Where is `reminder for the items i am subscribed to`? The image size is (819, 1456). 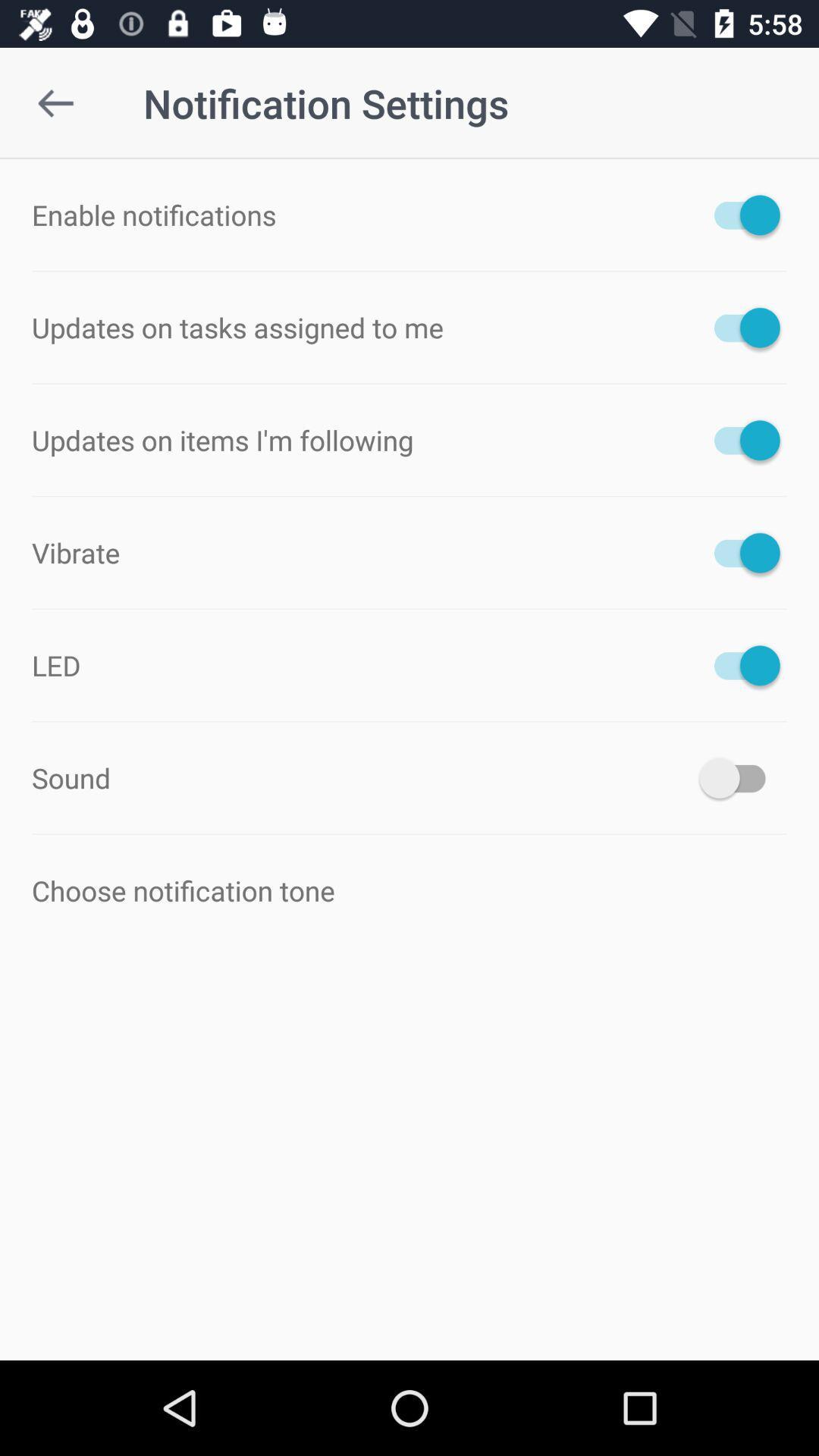
reminder for the items i am subscribed to is located at coordinates (739, 439).